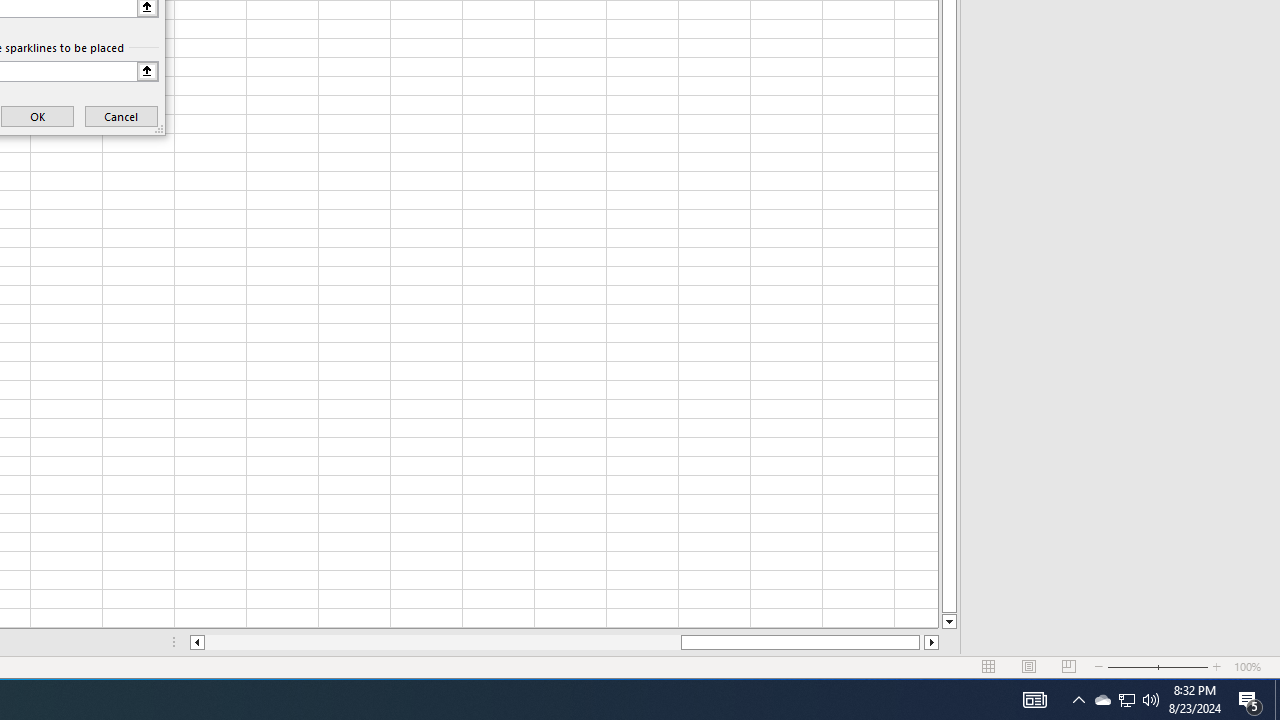 This screenshot has height=720, width=1280. Describe the element at coordinates (948, 621) in the screenshot. I see `'Line down'` at that location.